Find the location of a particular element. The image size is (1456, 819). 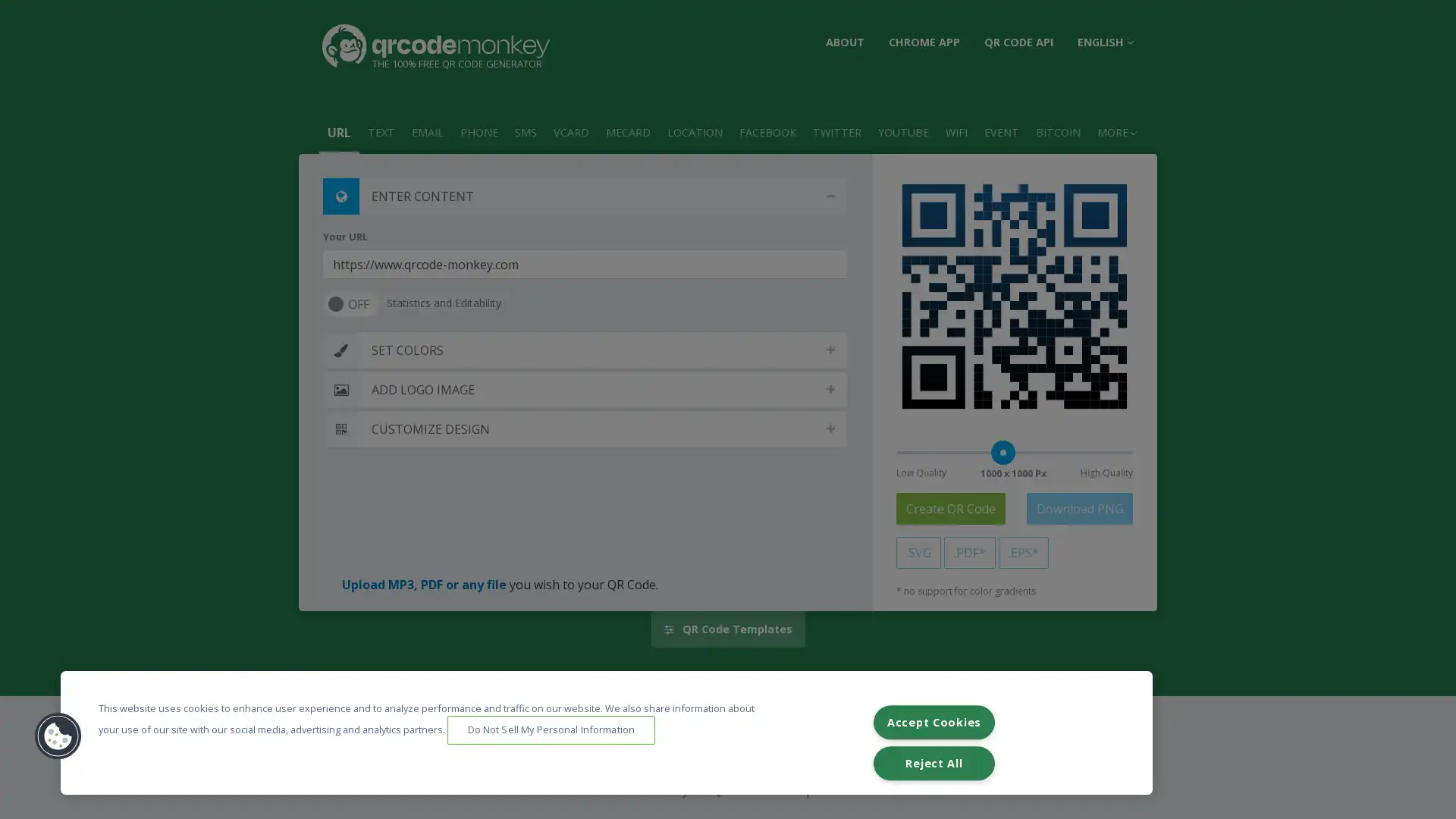

Do Not Sell My Personal Information is located at coordinates (550, 730).